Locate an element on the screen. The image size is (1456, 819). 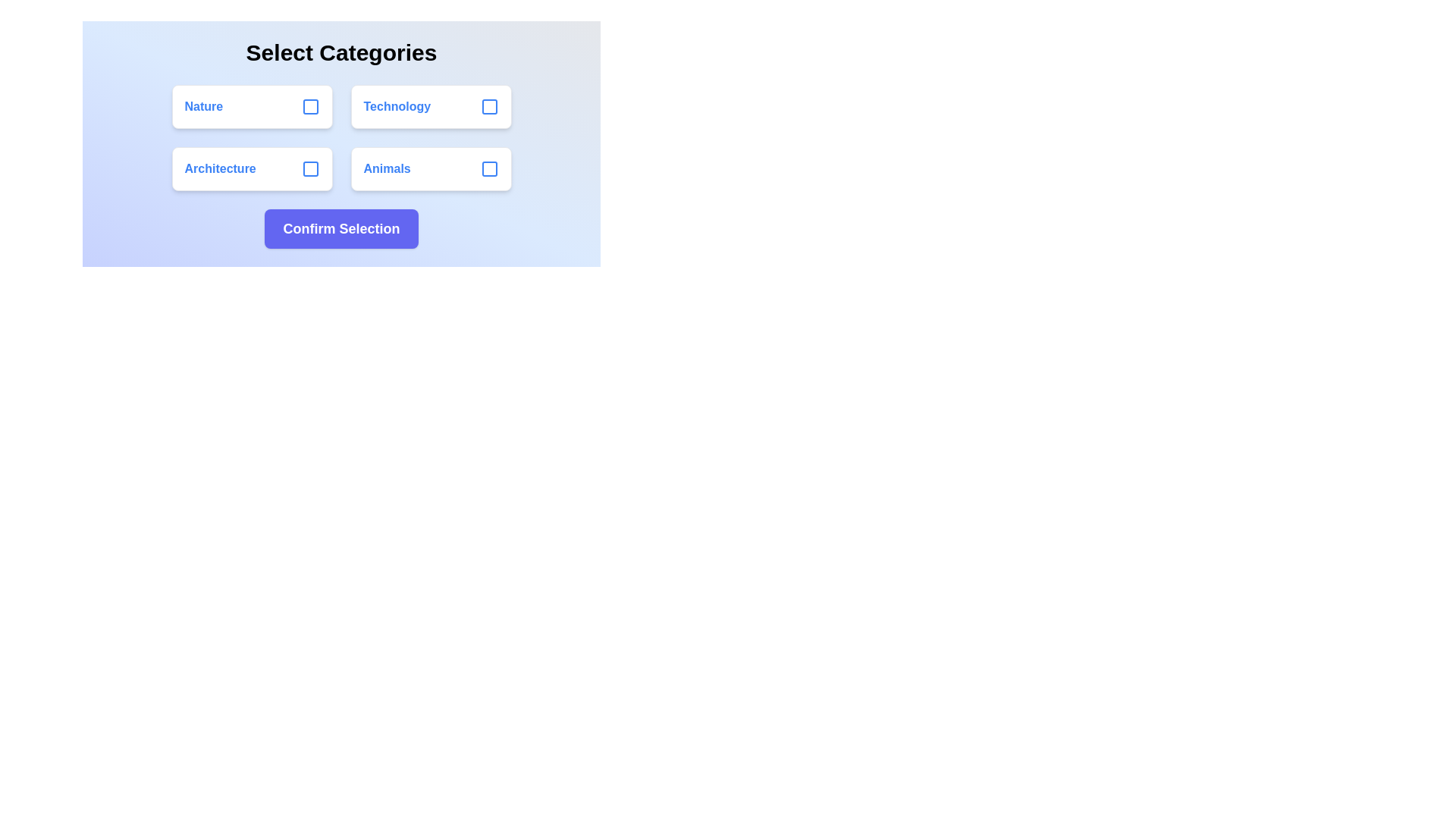
the checkbox corresponding to the category Nature to toggle its selection is located at coordinates (309, 106).